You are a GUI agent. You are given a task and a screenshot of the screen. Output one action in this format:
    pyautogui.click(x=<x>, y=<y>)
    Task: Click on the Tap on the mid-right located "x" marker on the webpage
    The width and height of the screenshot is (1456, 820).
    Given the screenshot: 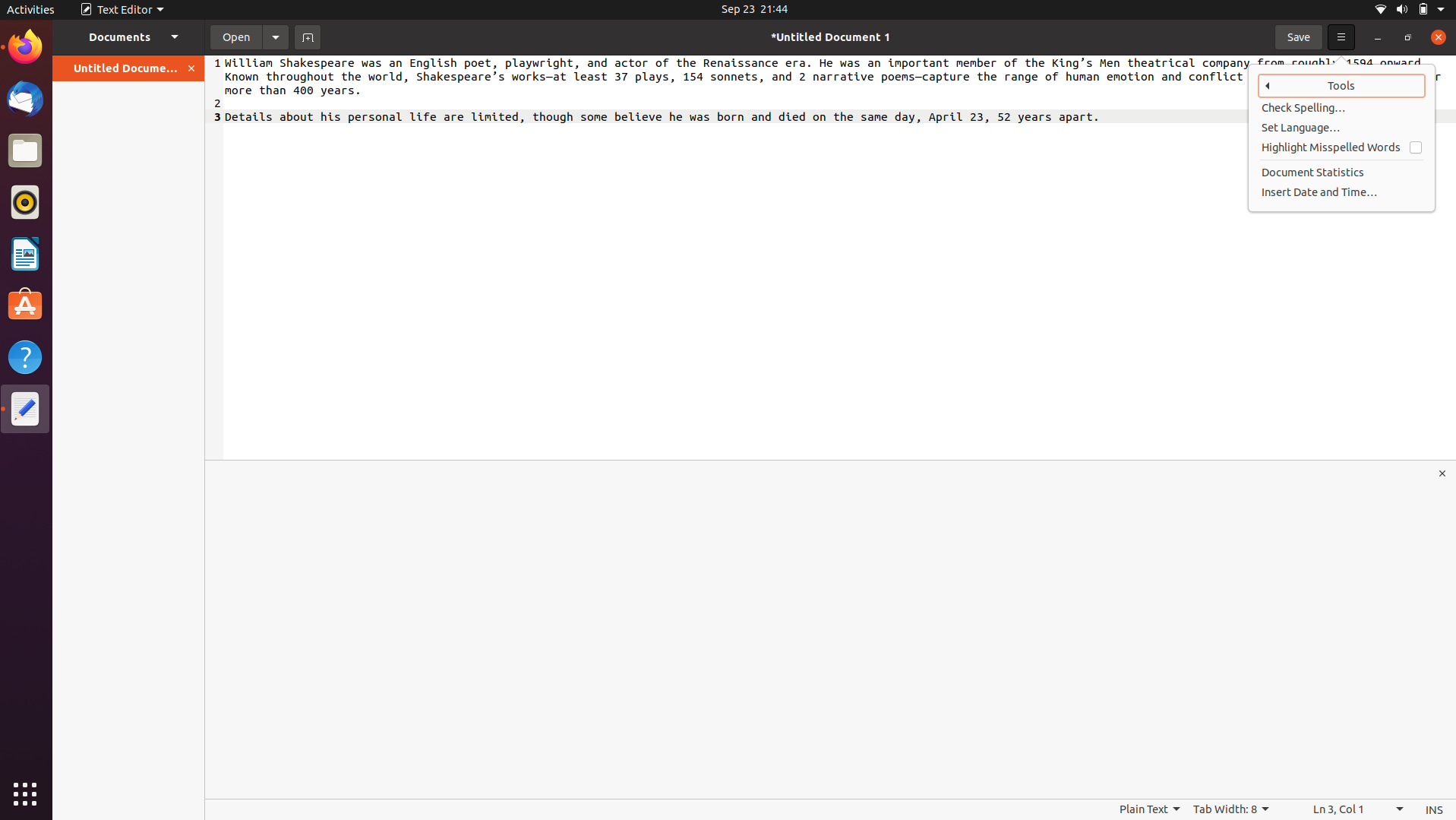 What is the action you would take?
    pyautogui.click(x=1443, y=473)
    